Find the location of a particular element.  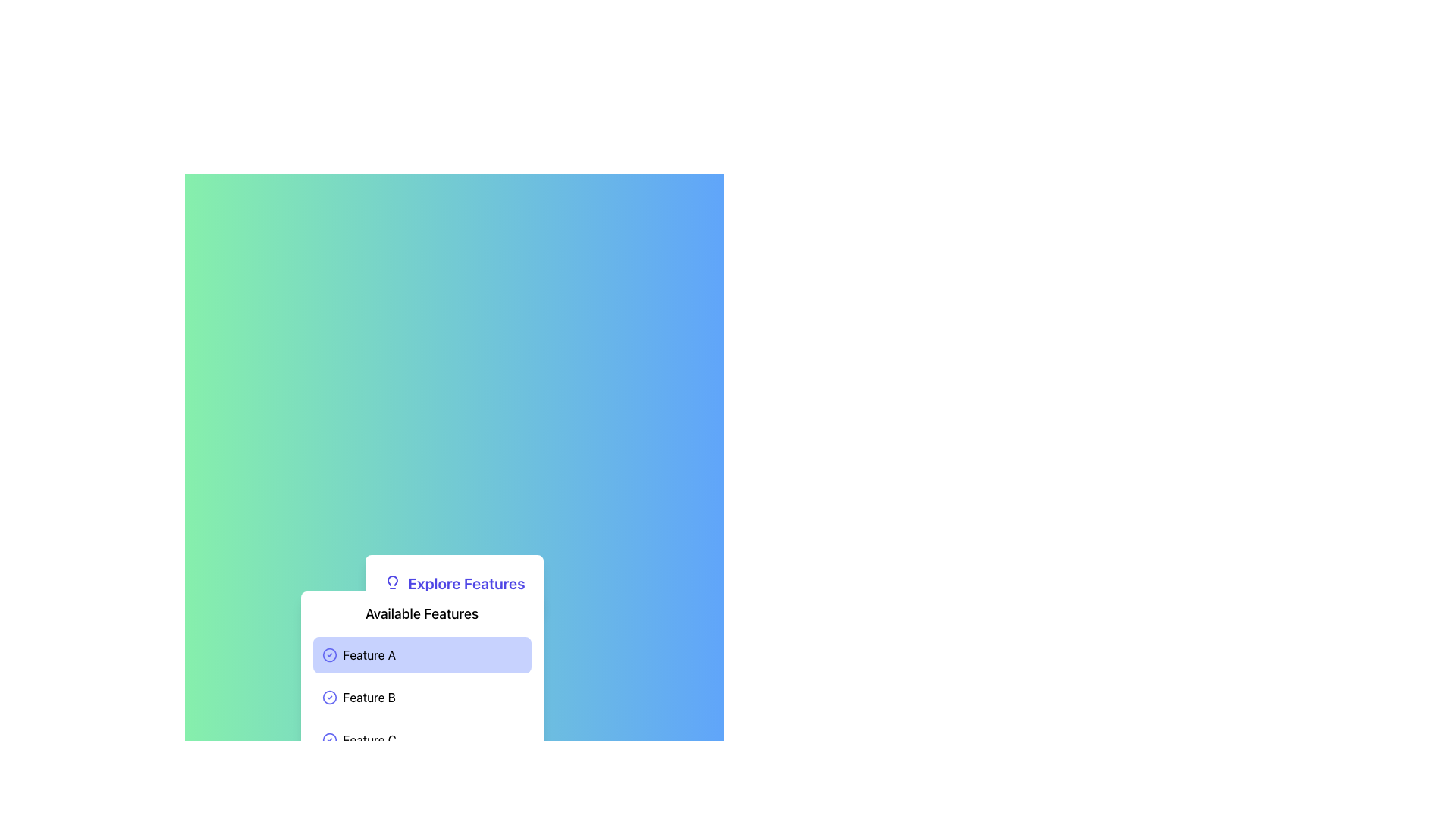

the circular checkmark icon located to the left of the text 'Feature C' in the 'Available Features' section is located at coordinates (328, 739).